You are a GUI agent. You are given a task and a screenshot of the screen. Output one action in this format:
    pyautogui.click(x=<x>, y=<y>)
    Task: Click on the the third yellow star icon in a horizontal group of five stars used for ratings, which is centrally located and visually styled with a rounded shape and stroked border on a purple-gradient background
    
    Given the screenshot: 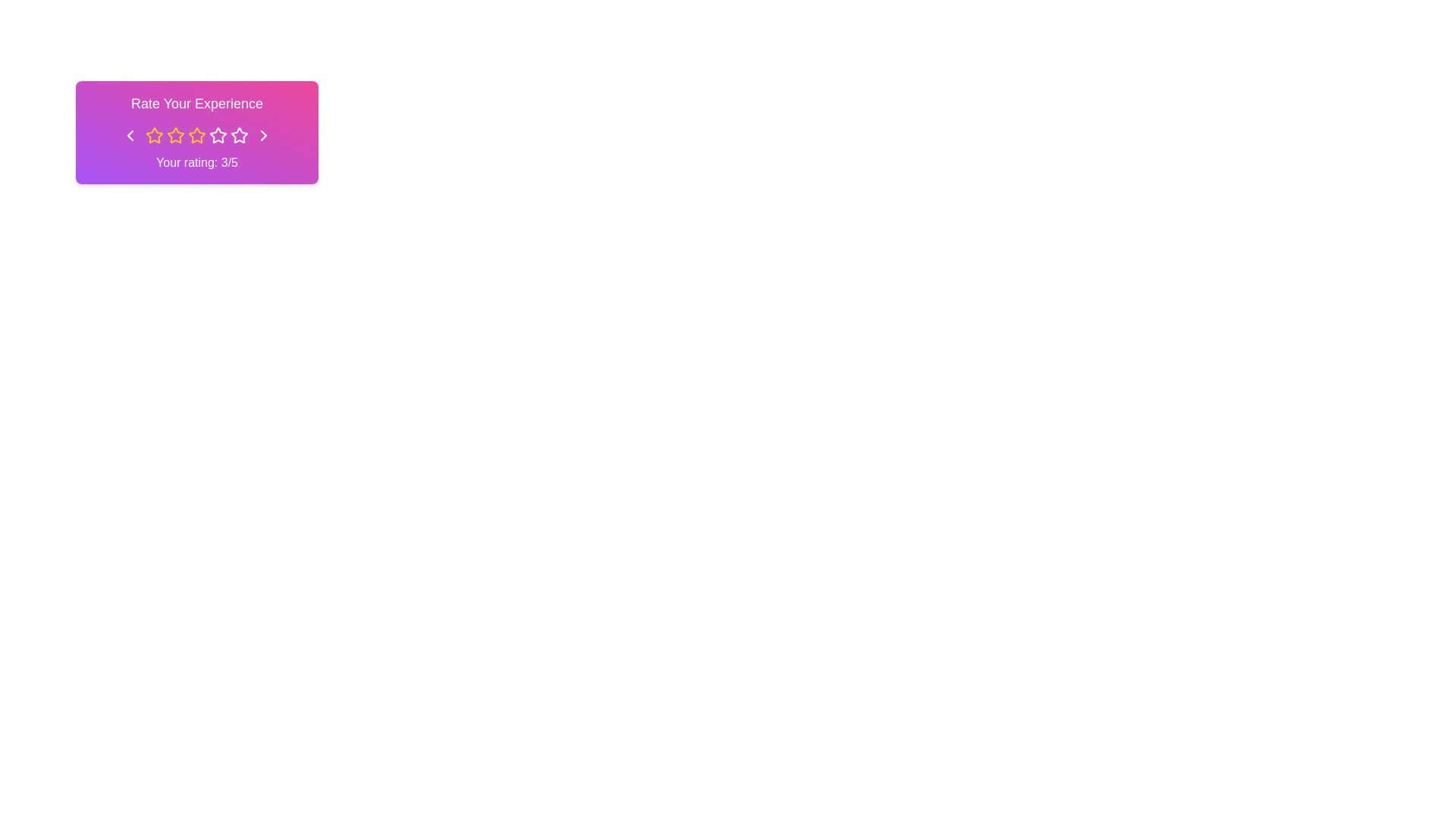 What is the action you would take?
    pyautogui.click(x=175, y=134)
    